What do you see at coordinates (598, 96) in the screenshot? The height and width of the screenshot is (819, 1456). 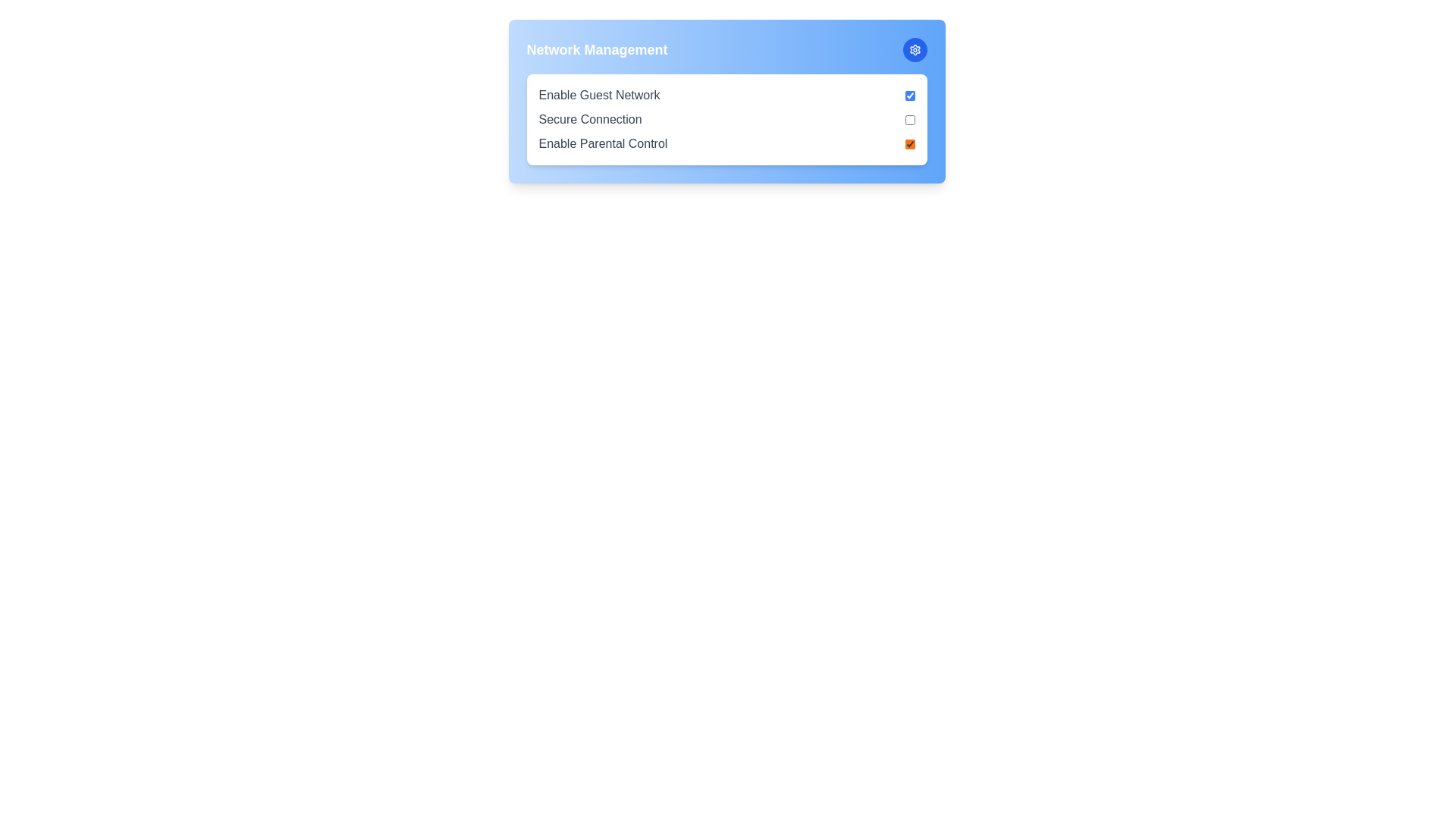 I see `text label displaying 'Enable Guest Network' in gray font color, which is the first item in the settings panel aligned with a checkbox` at bounding box center [598, 96].